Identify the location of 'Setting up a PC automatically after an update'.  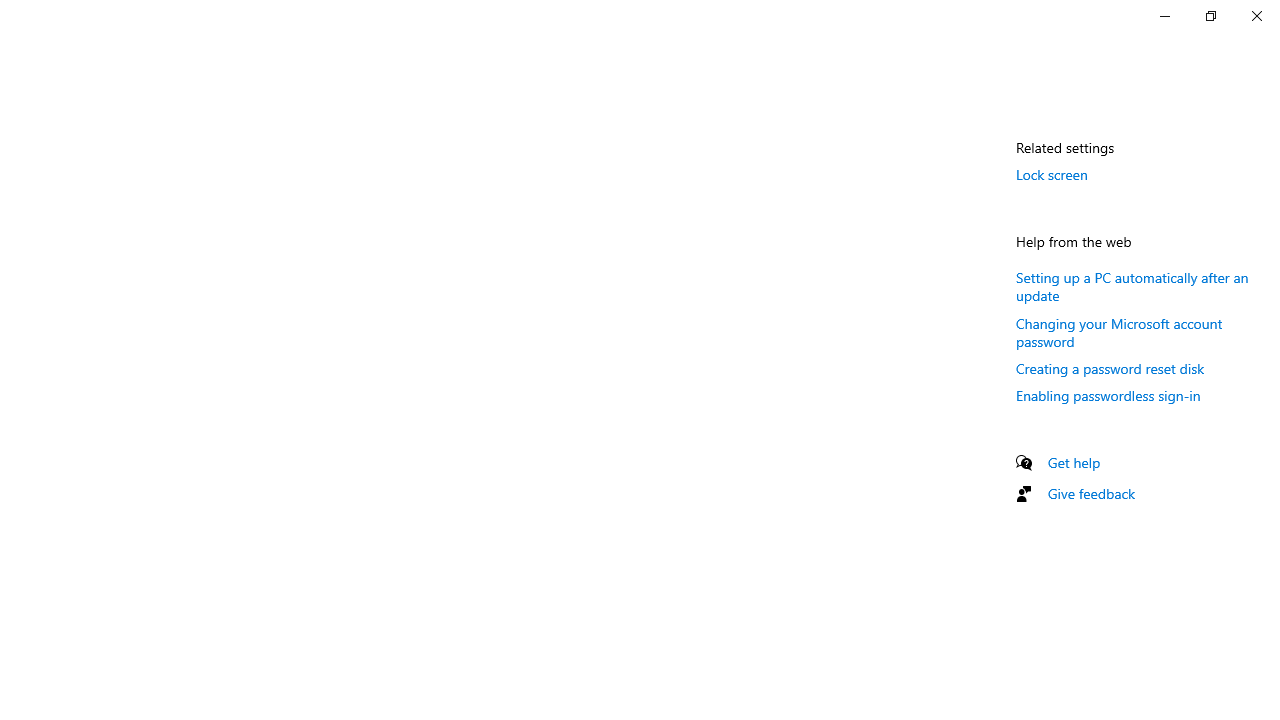
(1132, 286).